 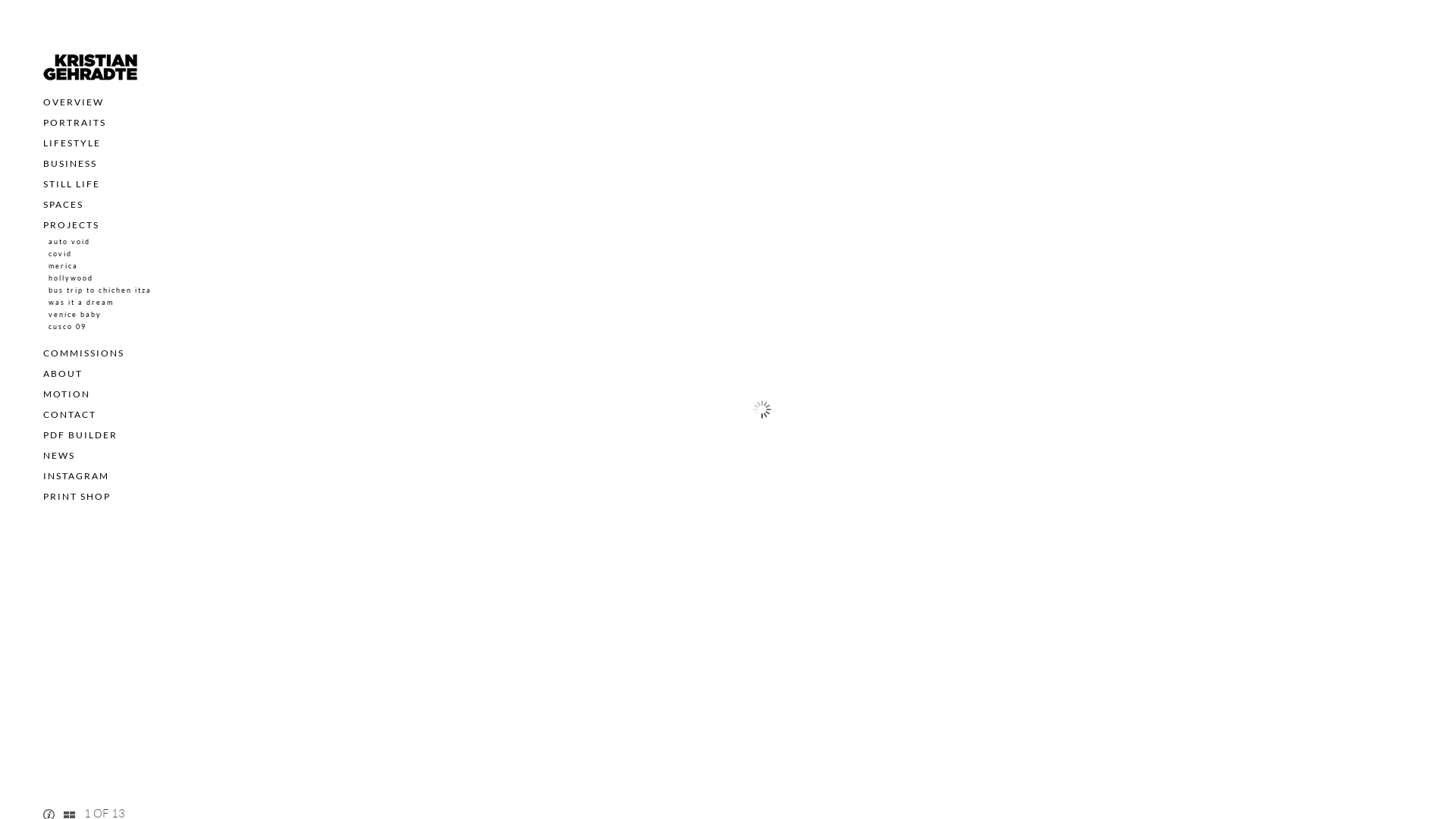 What do you see at coordinates (72, 102) in the screenshot?
I see `'OVERVIEW'` at bounding box center [72, 102].